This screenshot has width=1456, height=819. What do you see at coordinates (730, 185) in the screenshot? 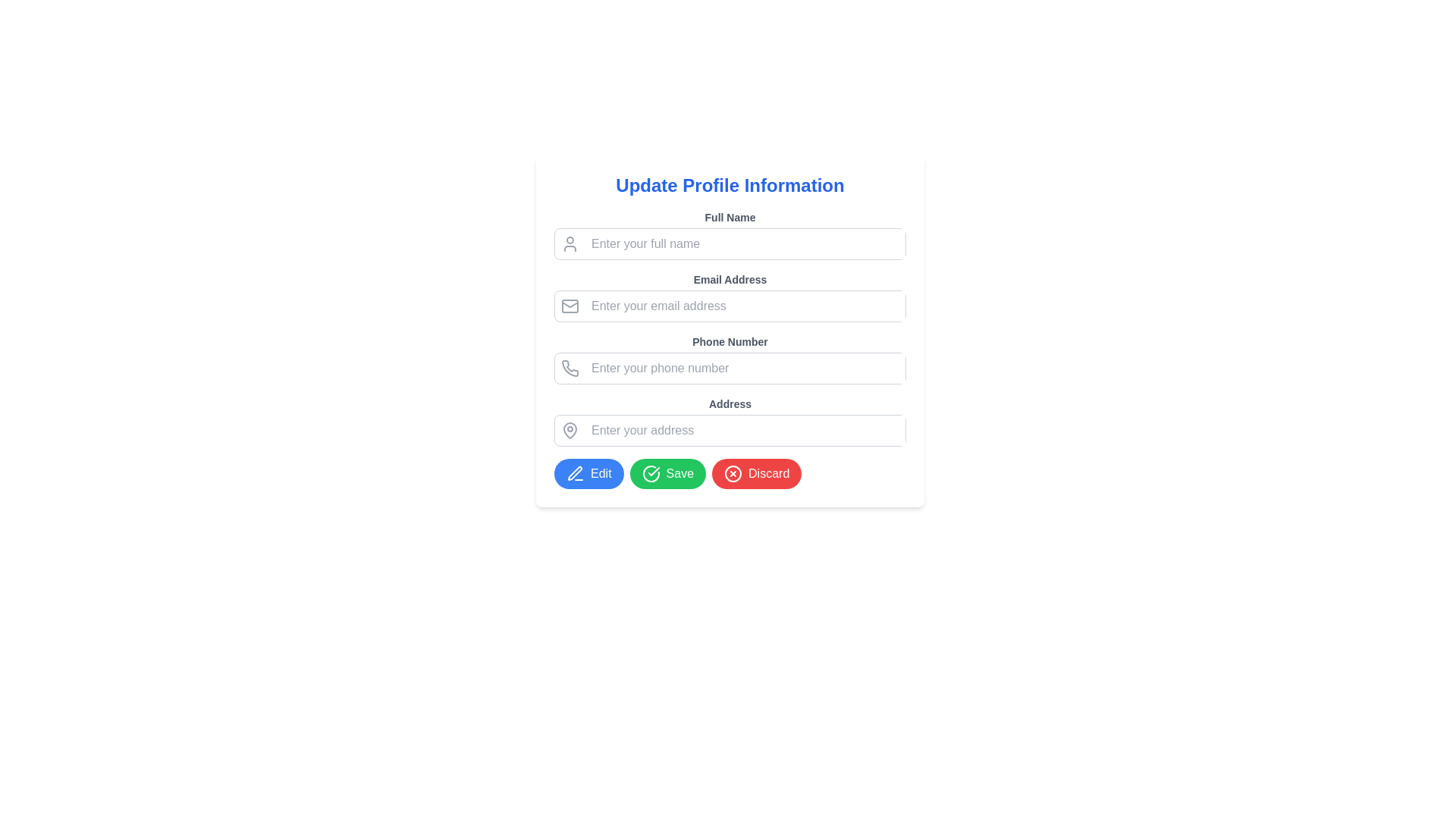
I see `the heading text displaying 'Update Profile Information' which is styled in large, bold, blue font at the top of the form section` at bounding box center [730, 185].